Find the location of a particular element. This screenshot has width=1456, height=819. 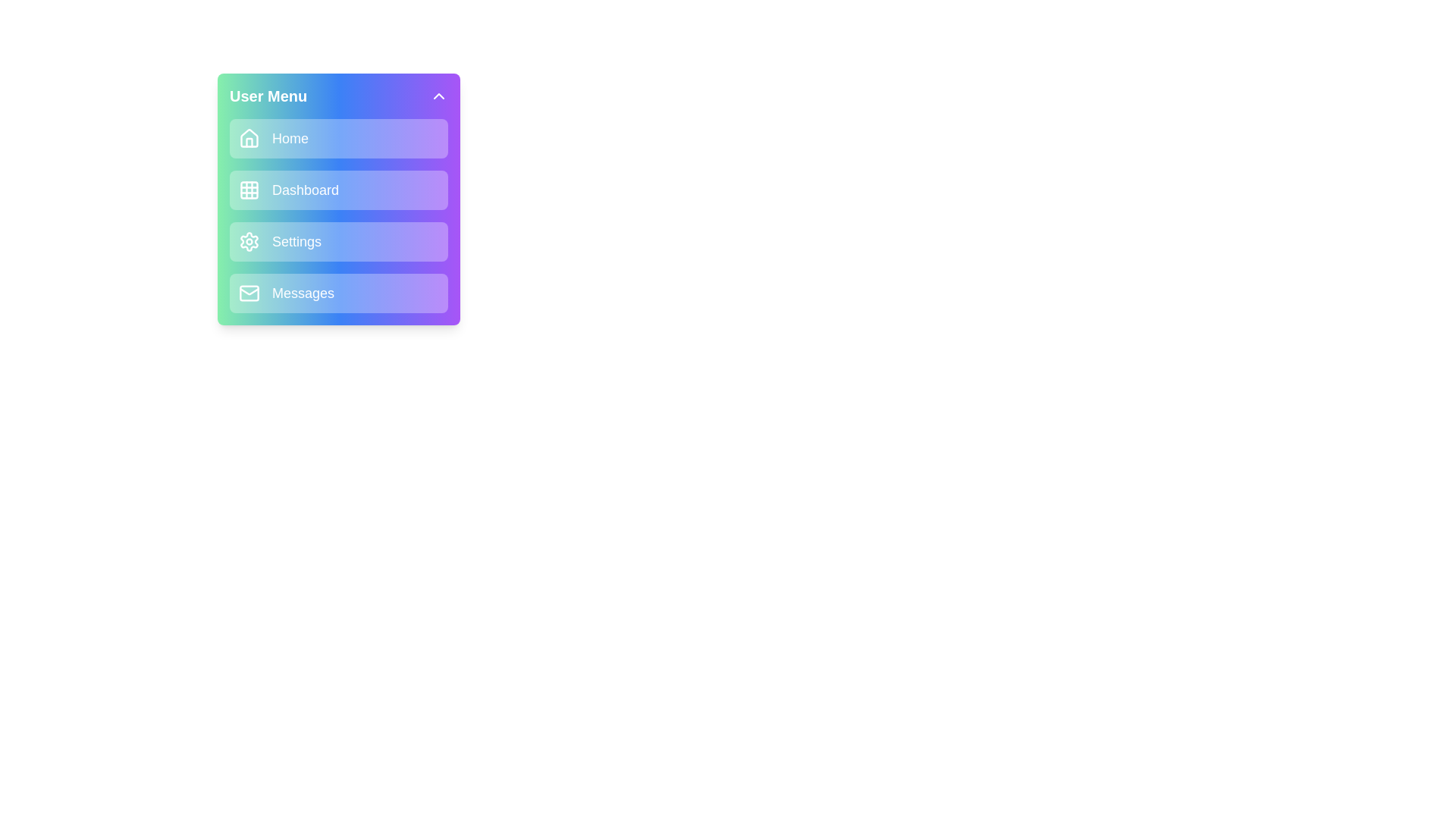

the menu item Home to navigate to its corresponding section is located at coordinates (337, 138).